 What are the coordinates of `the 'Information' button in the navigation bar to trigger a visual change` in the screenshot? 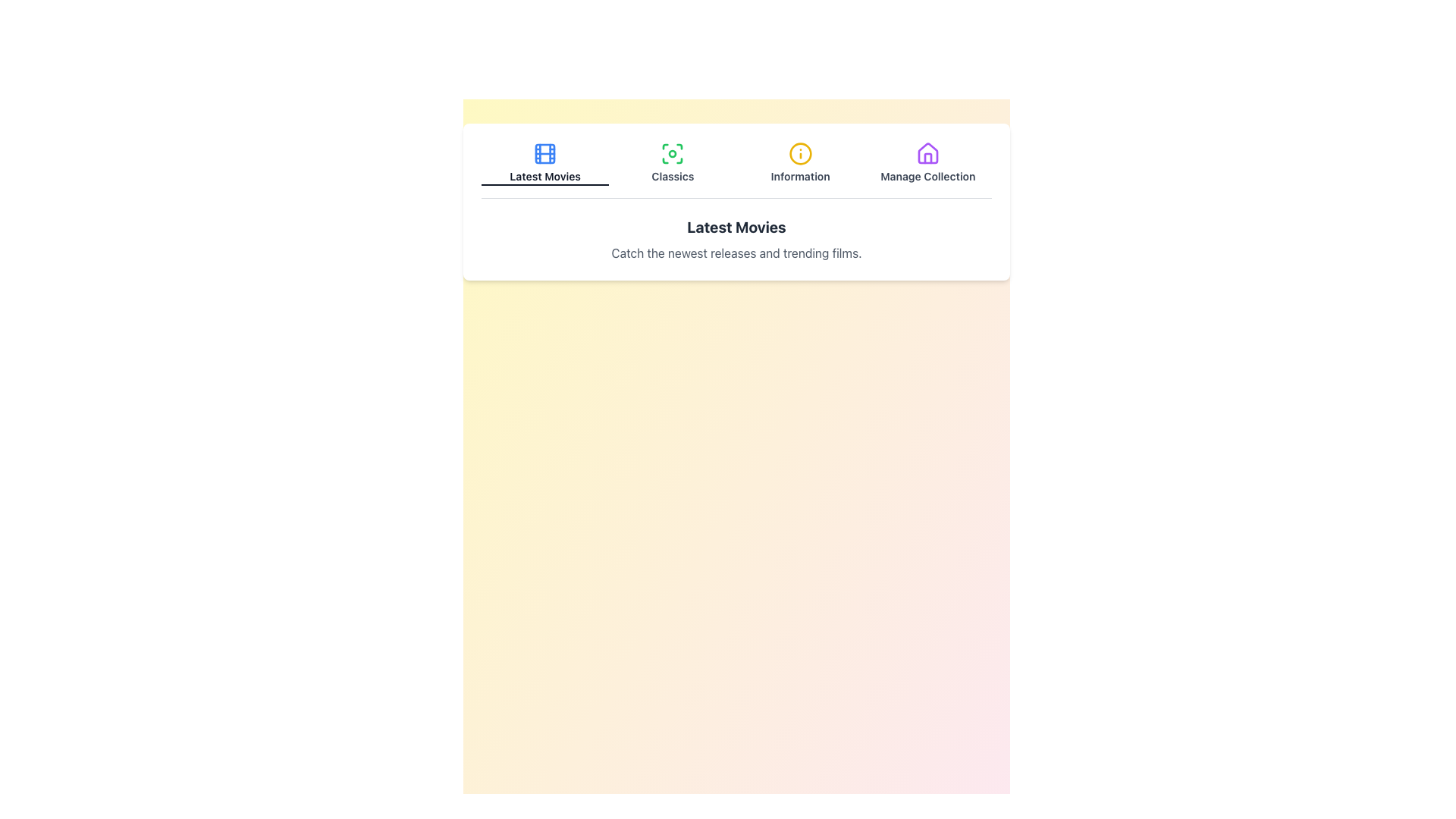 It's located at (799, 164).